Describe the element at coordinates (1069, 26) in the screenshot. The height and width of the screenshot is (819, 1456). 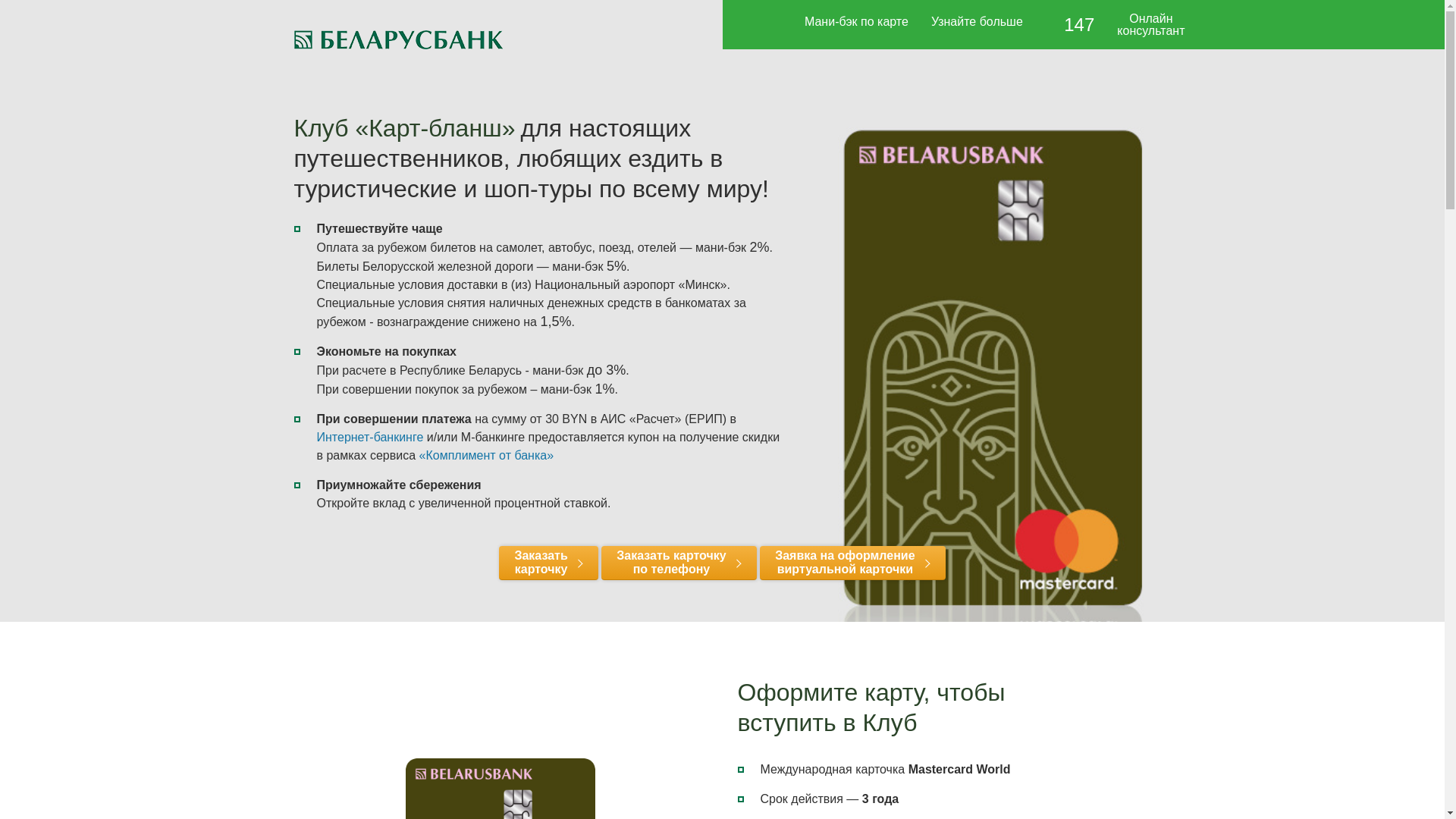
I see `'147'` at that location.